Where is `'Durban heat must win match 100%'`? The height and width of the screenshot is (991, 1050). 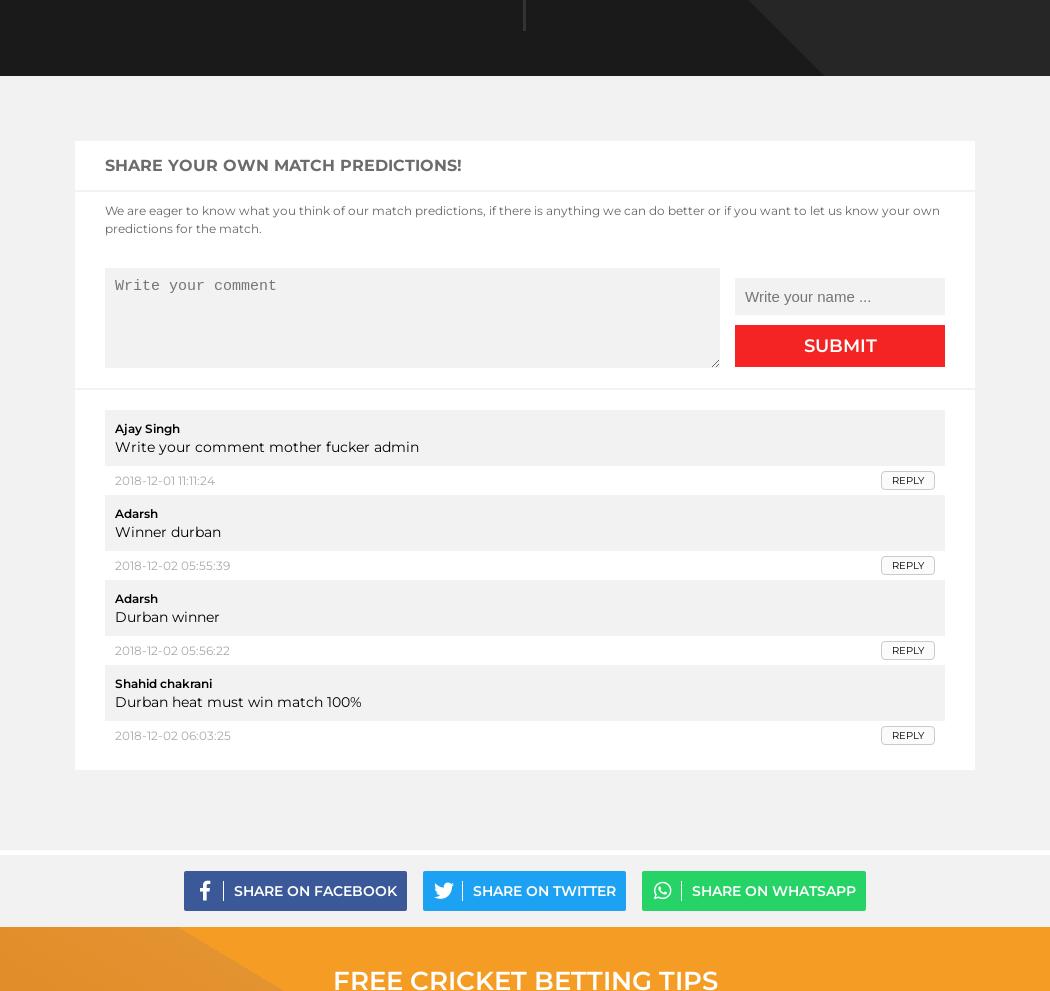 'Durban heat must win match 100%' is located at coordinates (238, 702).